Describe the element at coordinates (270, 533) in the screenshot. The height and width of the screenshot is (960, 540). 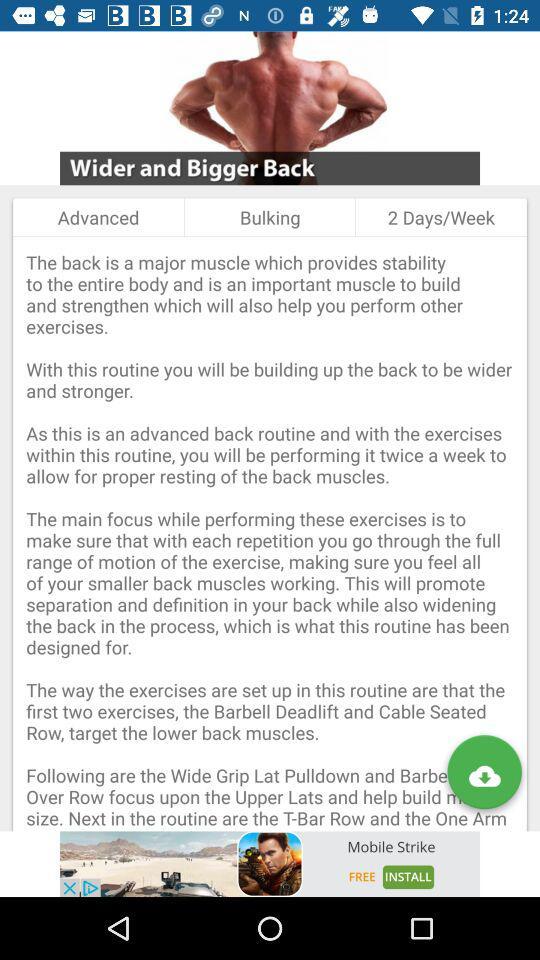
I see `item below the advanced icon` at that location.